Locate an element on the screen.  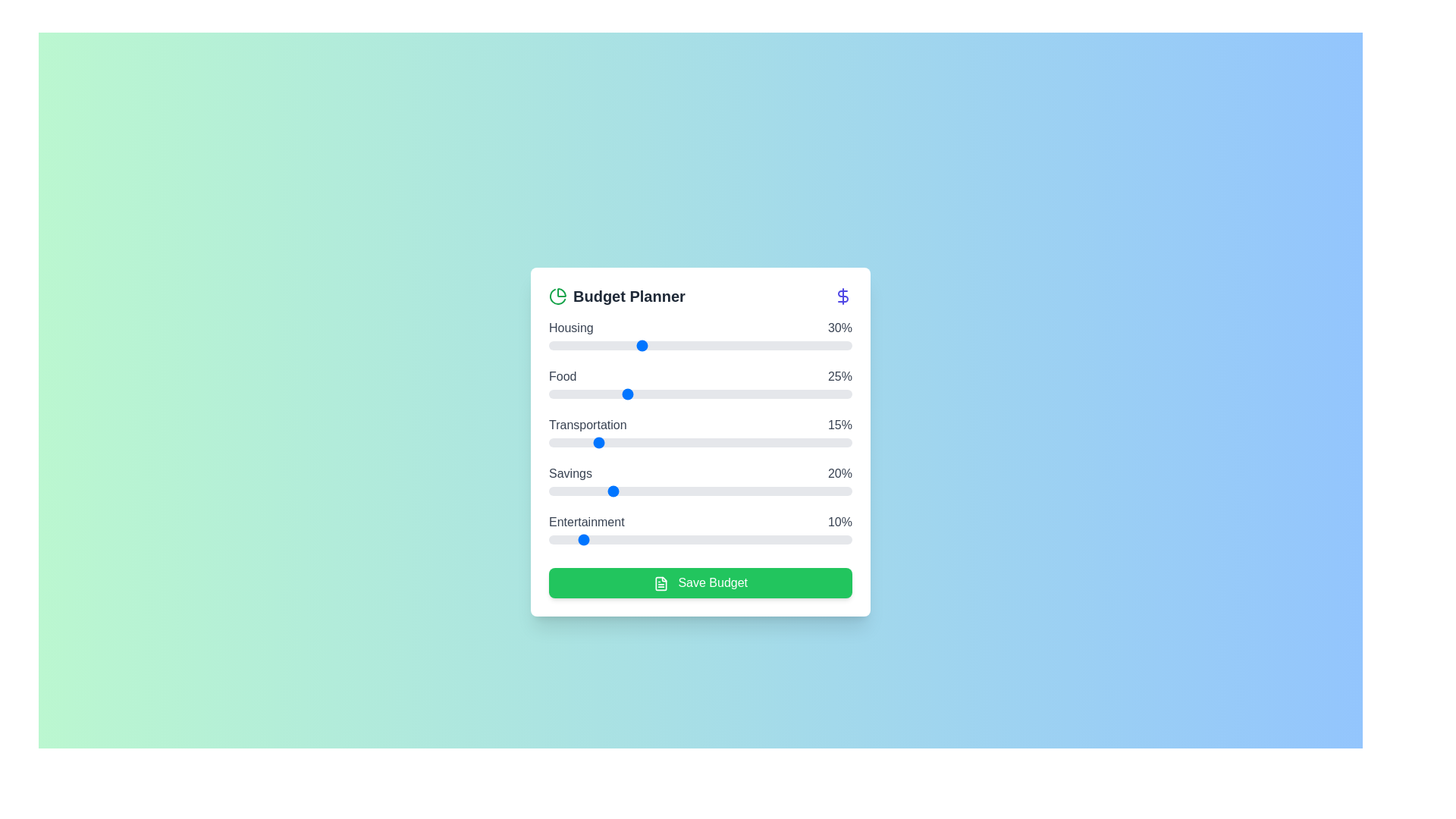
the 'Savings' slider to 26% allocation is located at coordinates (628, 491).